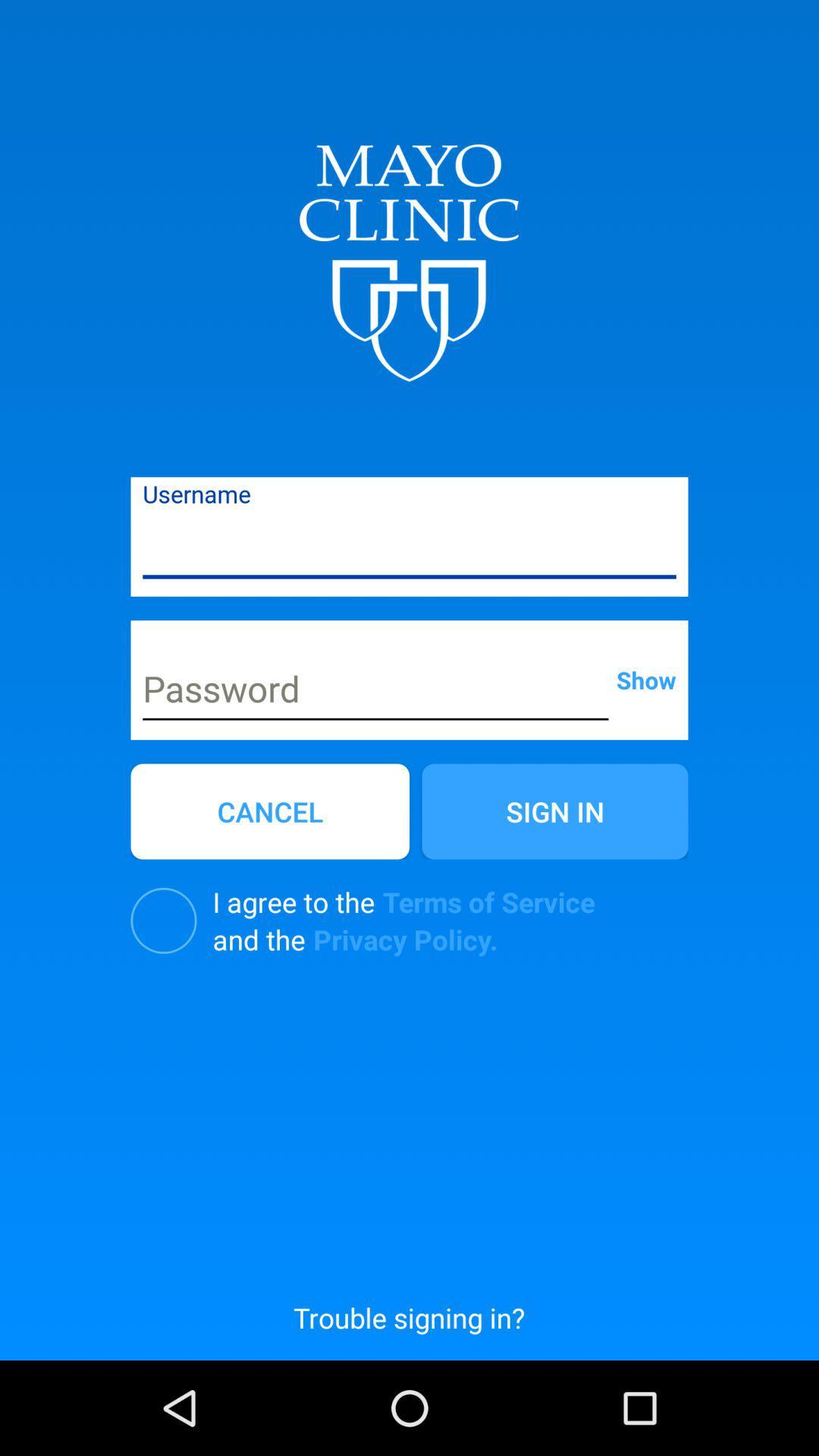 Image resolution: width=819 pixels, height=1456 pixels. I want to click on password, so click(375, 690).